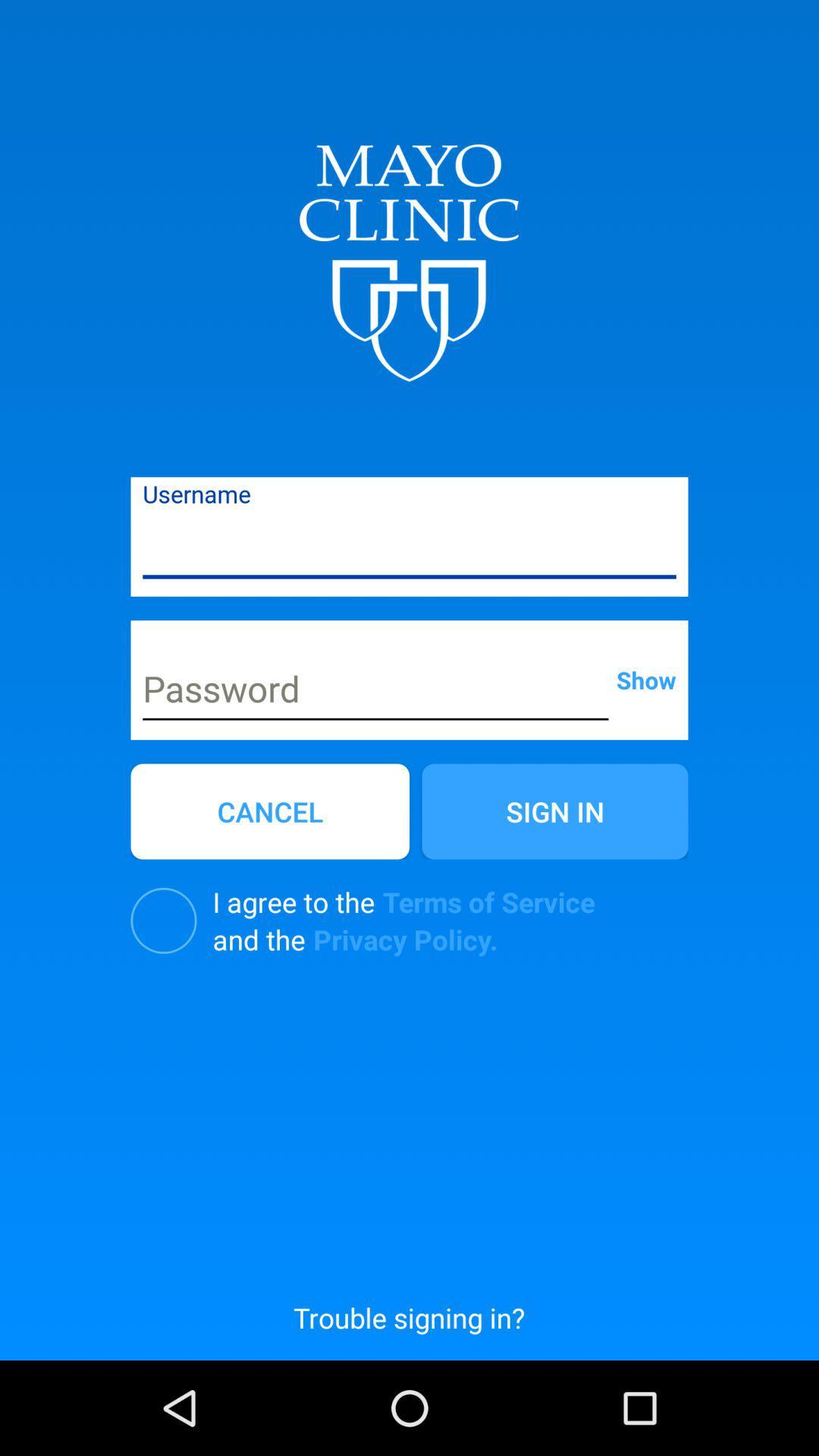 Image resolution: width=819 pixels, height=1456 pixels. I want to click on password, so click(375, 690).